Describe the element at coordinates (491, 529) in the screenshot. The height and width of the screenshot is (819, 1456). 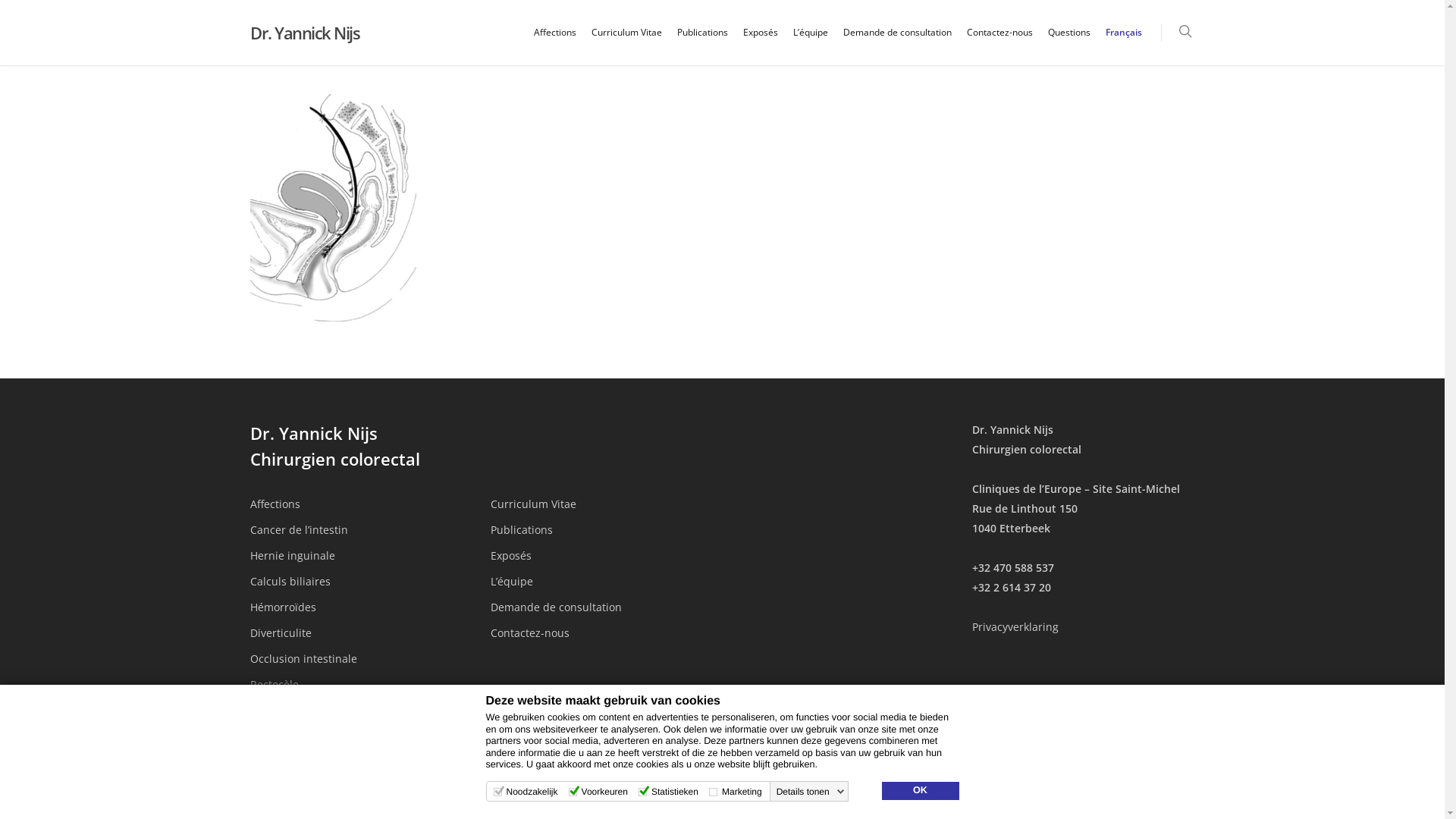
I see `'Publications'` at that location.